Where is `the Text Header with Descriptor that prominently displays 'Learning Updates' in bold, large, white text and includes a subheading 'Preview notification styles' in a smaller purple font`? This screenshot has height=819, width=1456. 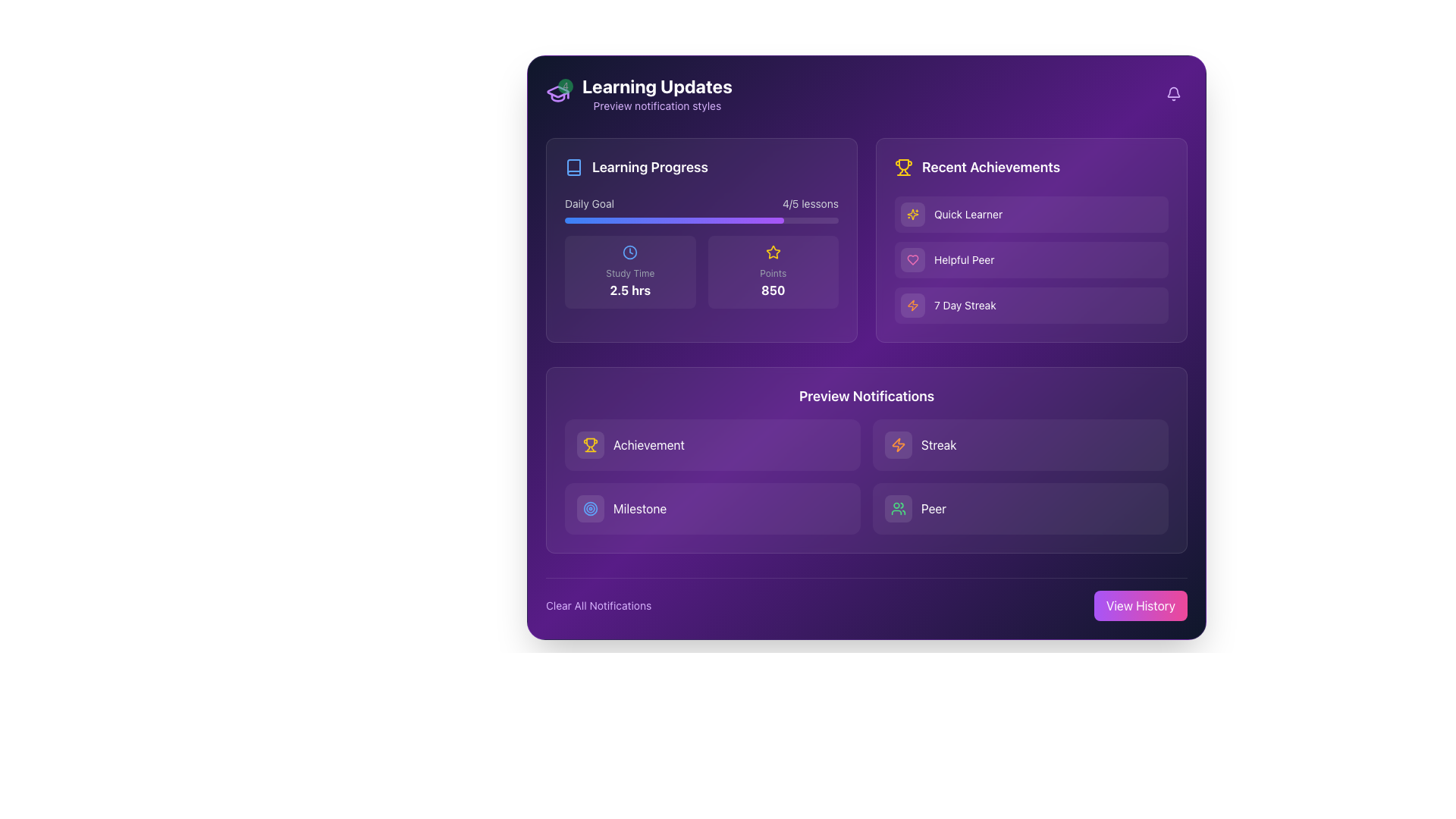
the Text Header with Descriptor that prominently displays 'Learning Updates' in bold, large, white text and includes a subheading 'Preview notification styles' in a smaller purple font is located at coordinates (657, 93).